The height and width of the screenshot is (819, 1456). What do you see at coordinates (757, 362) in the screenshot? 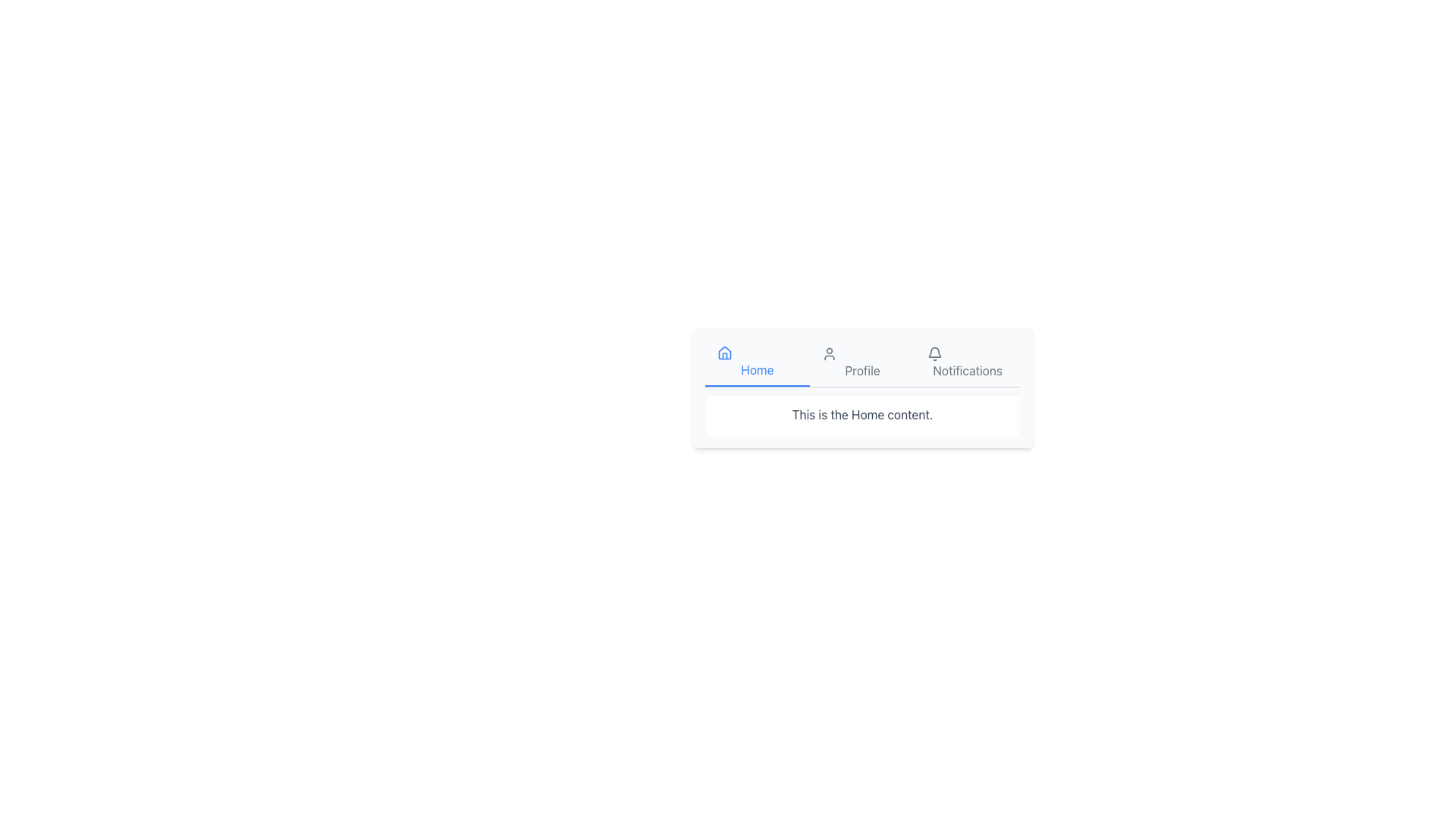
I see `the first navigation button on the left in the navigation bar` at bounding box center [757, 362].